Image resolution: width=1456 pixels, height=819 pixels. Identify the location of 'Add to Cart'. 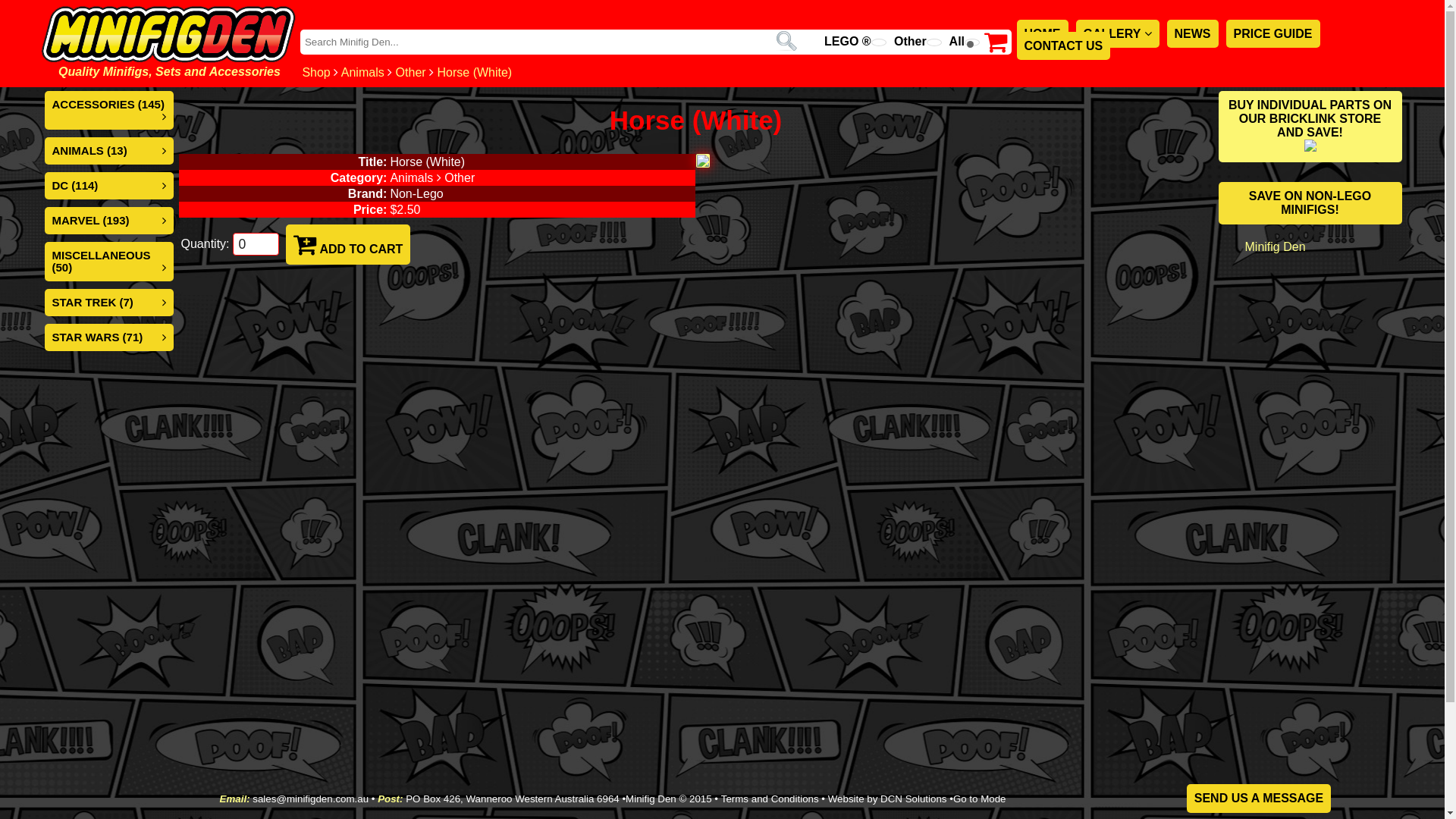
(304, 243).